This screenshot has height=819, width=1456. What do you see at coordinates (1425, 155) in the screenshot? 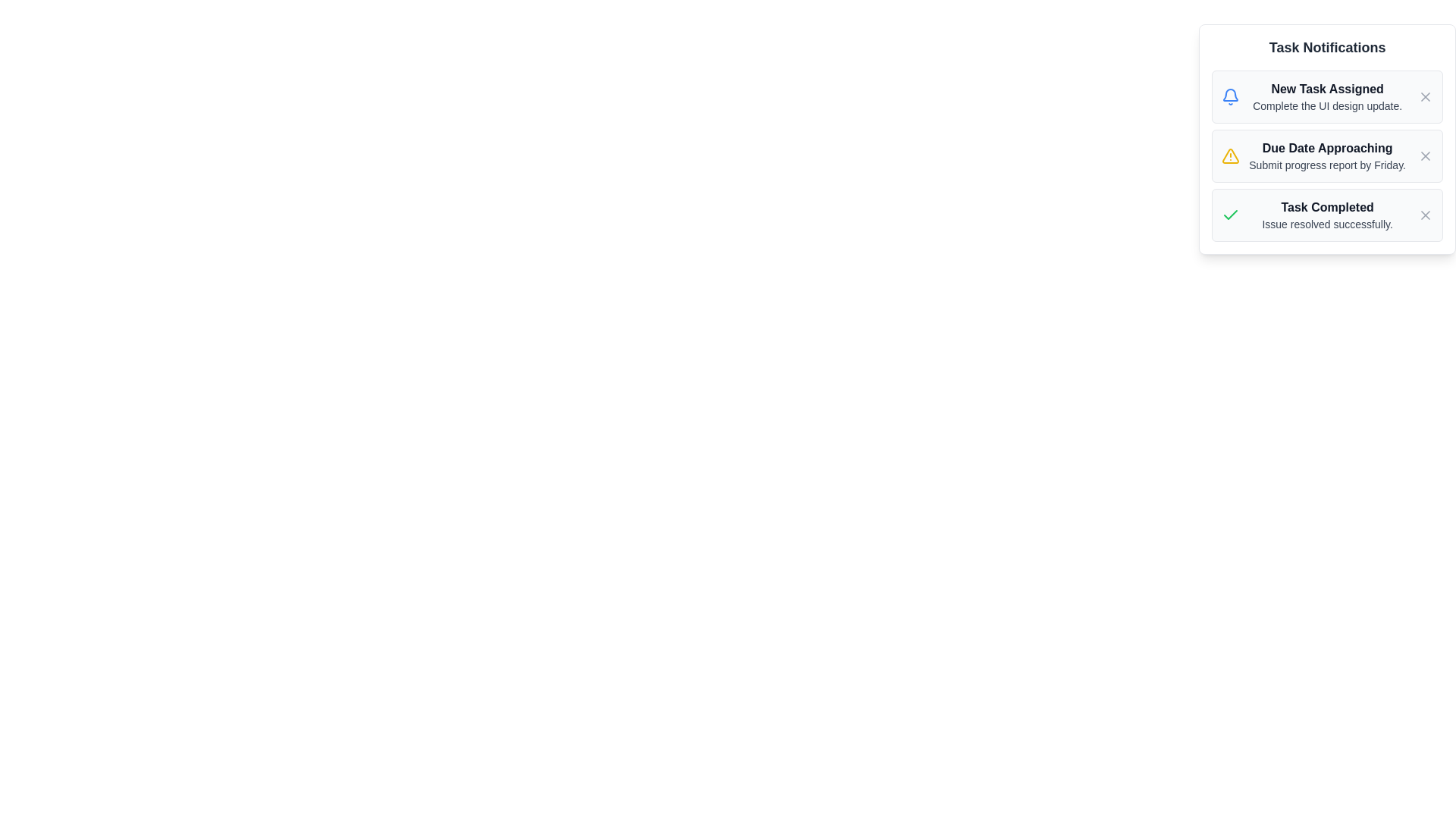
I see `the diagonal line segment that is part of the close icon in the top-right corner of the task notification card` at bounding box center [1425, 155].